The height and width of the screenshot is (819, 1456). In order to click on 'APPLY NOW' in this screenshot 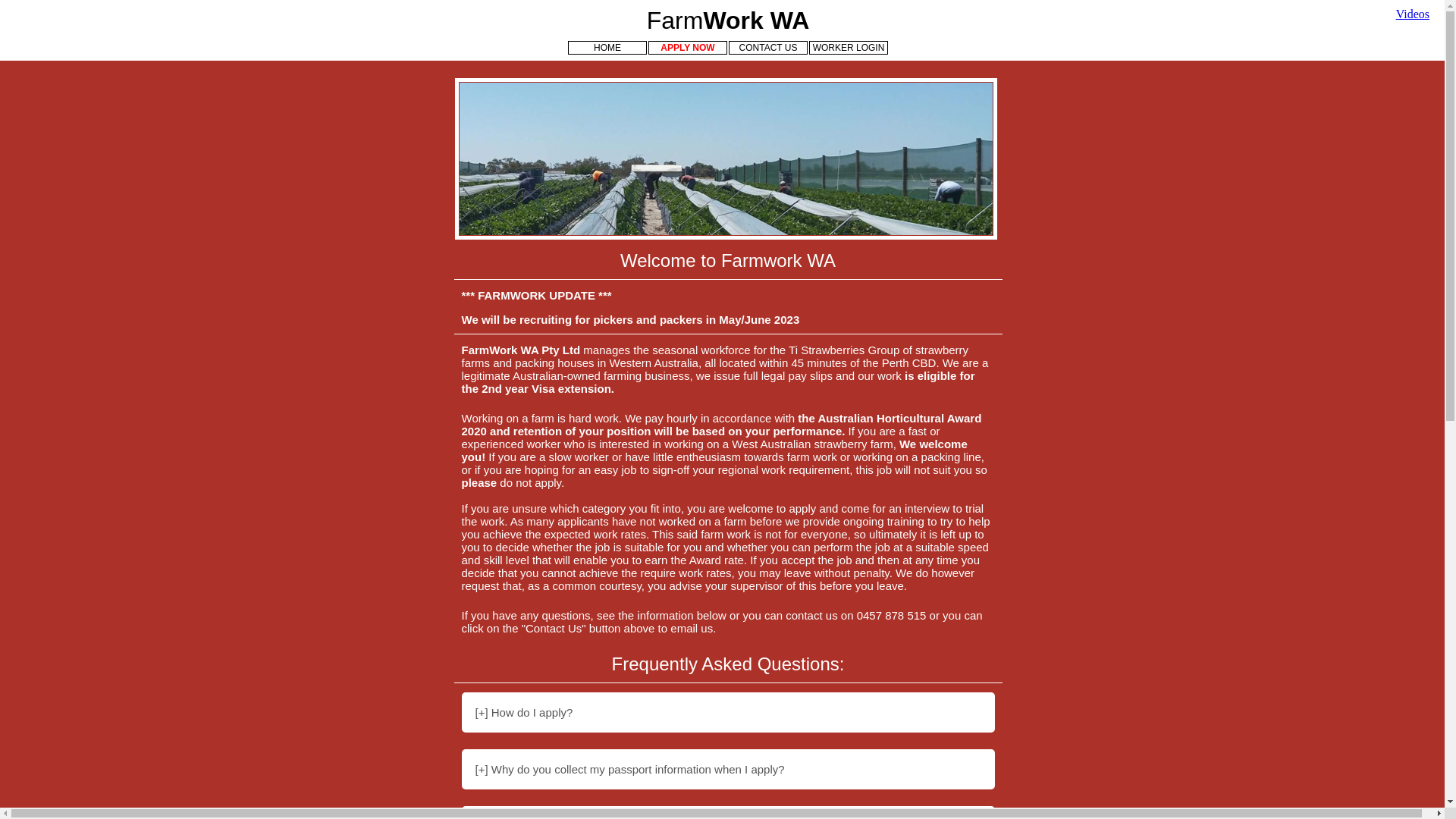, I will do `click(687, 46)`.